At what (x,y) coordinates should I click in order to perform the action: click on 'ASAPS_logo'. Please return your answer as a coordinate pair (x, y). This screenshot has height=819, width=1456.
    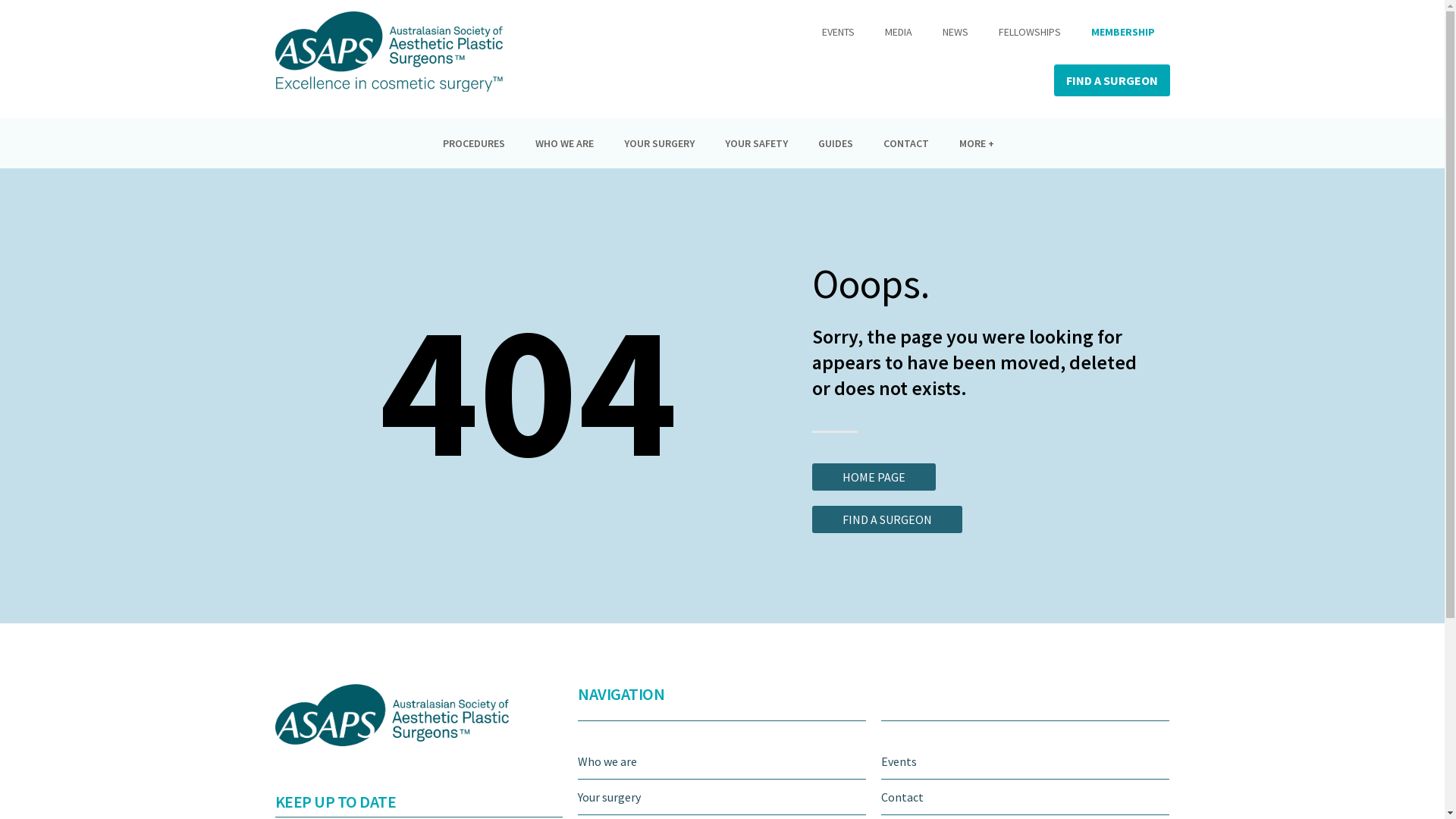
    Looking at the image, I should click on (388, 51).